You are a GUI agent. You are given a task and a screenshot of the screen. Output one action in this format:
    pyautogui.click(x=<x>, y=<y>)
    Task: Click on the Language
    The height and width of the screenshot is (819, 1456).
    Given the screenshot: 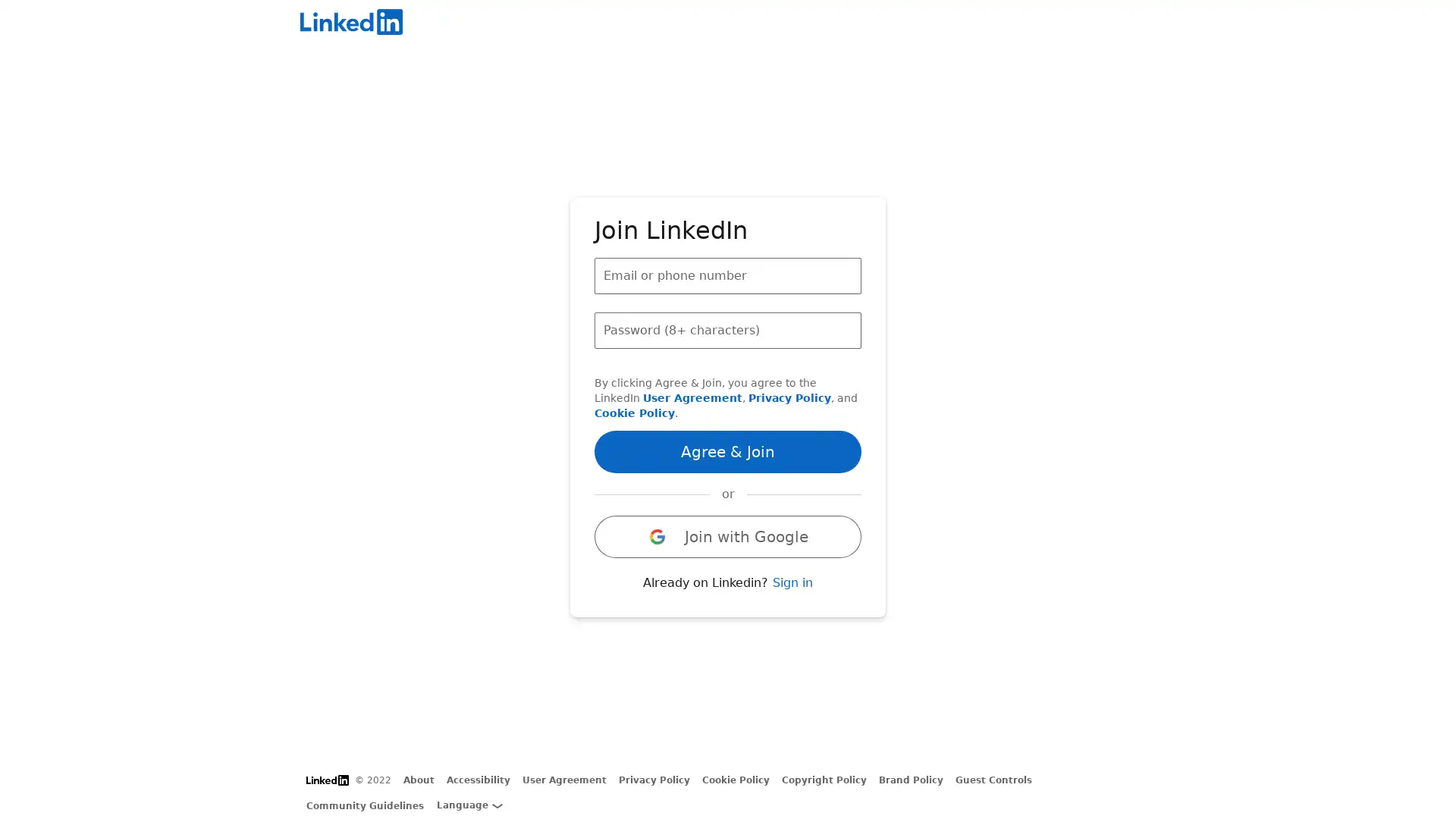 What is the action you would take?
    pyautogui.click(x=469, y=804)
    